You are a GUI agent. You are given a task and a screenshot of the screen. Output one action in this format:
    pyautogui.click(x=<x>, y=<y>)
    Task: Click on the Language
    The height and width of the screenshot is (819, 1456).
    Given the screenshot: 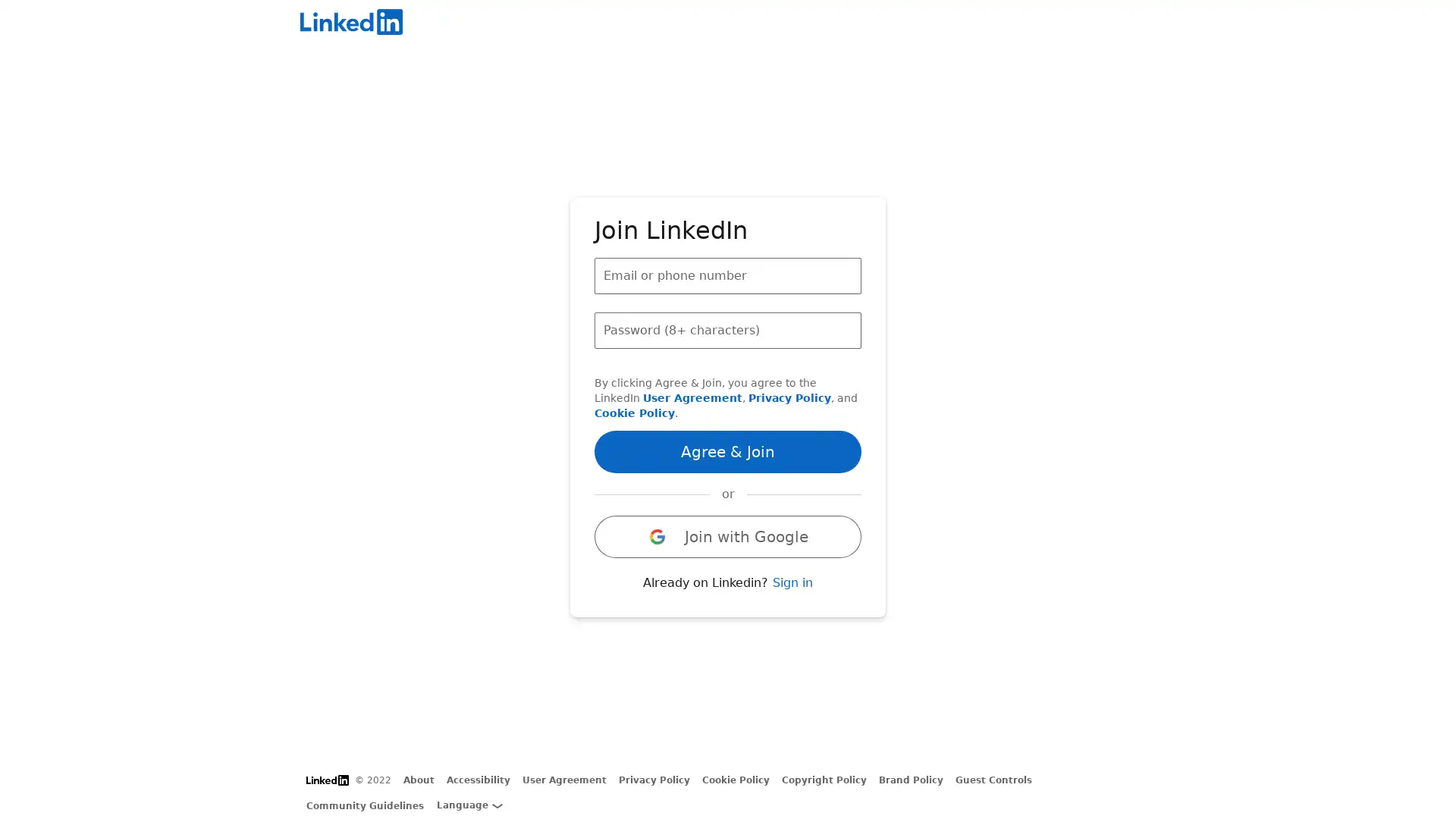 What is the action you would take?
    pyautogui.click(x=469, y=804)
    